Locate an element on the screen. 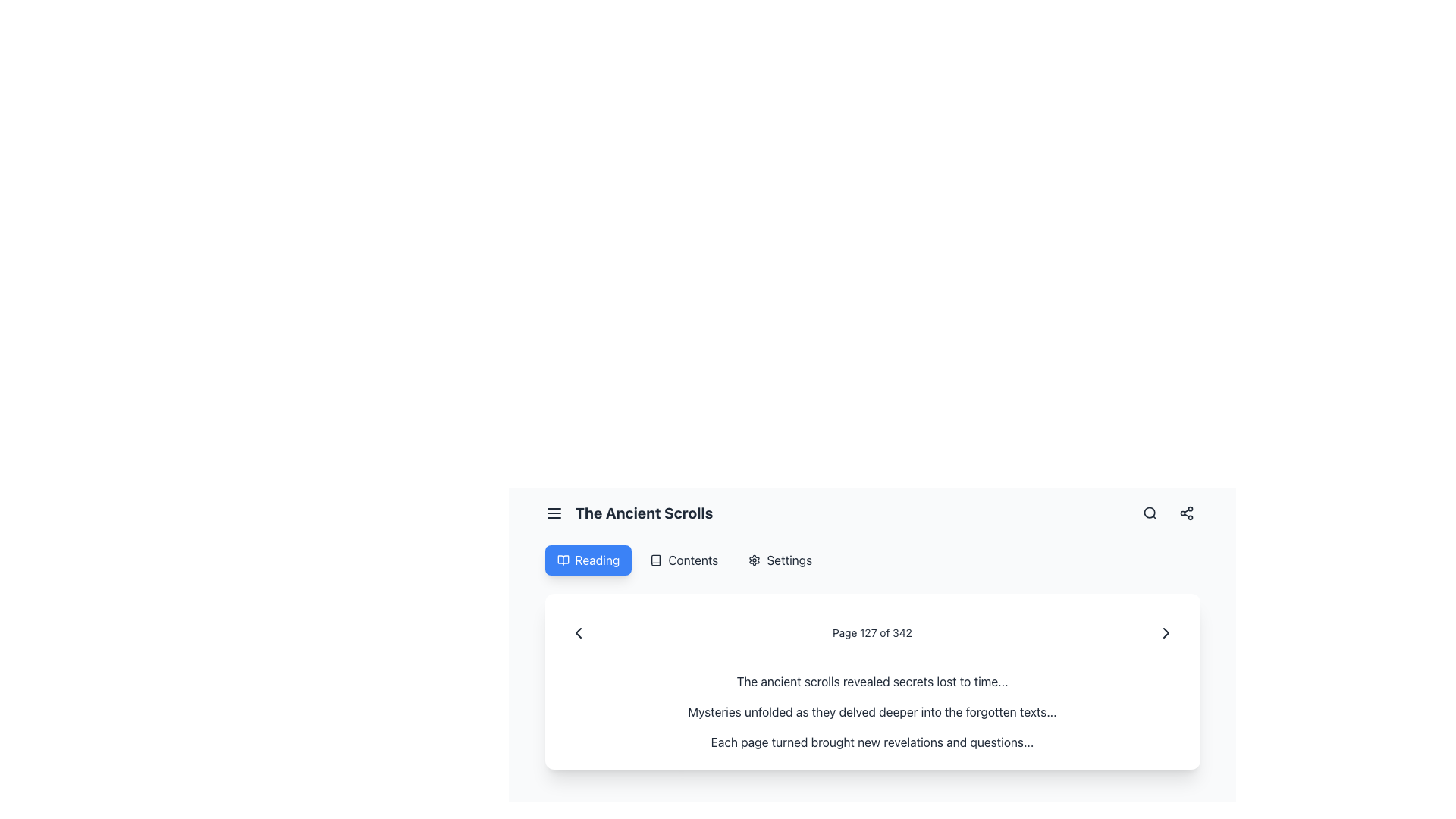 The width and height of the screenshot is (1456, 819). the 'Settings' label which includes a gear icon, located below the title 'The Ancient Scrolls', to the right of adjacent labels like 'Reading' and 'Contents' is located at coordinates (780, 560).